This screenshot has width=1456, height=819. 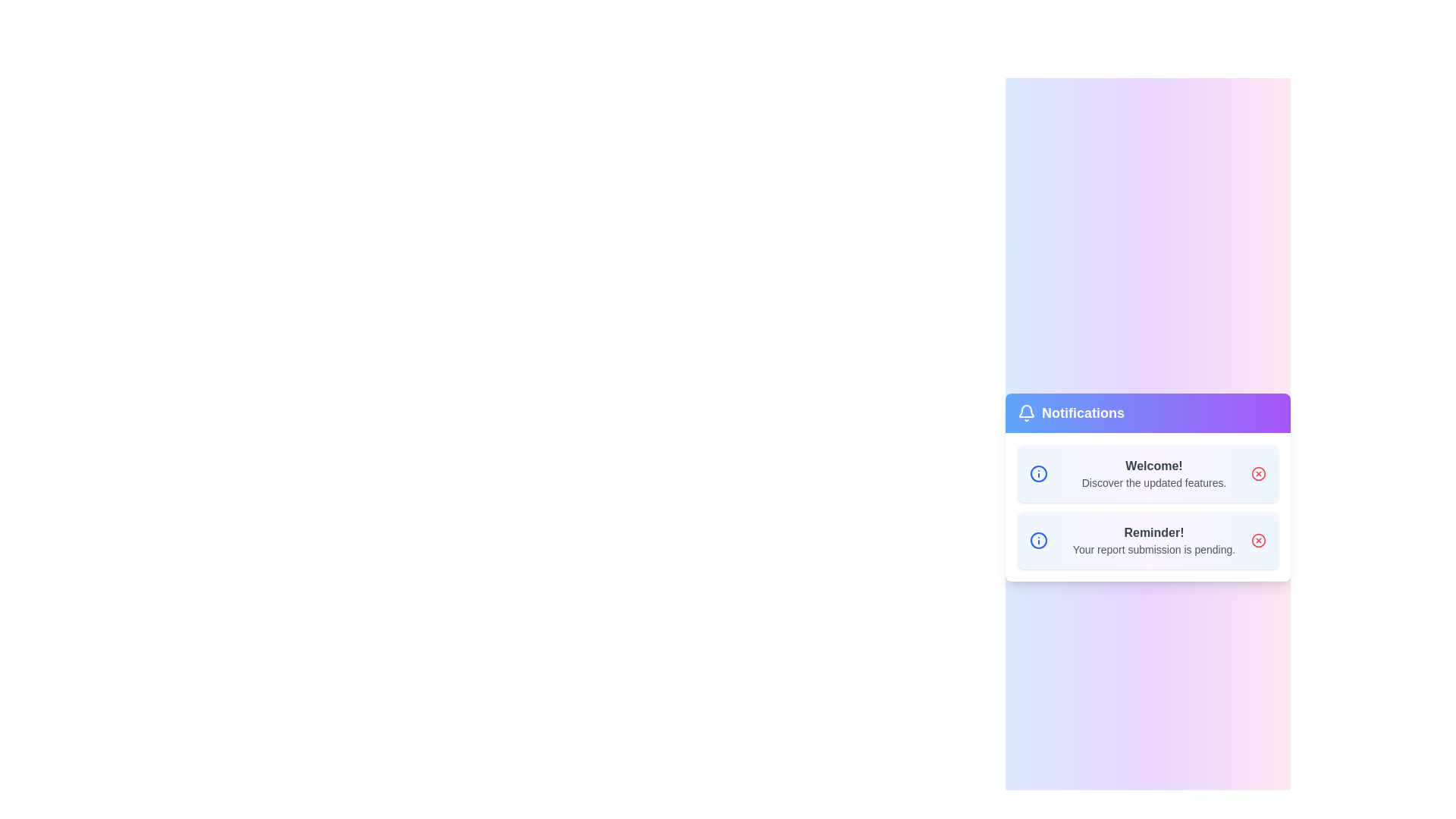 What do you see at coordinates (1026, 413) in the screenshot?
I see `the bell-shaped notification icon located at the left end of the 'Notifications' header bar to interact with the related notifications section` at bounding box center [1026, 413].